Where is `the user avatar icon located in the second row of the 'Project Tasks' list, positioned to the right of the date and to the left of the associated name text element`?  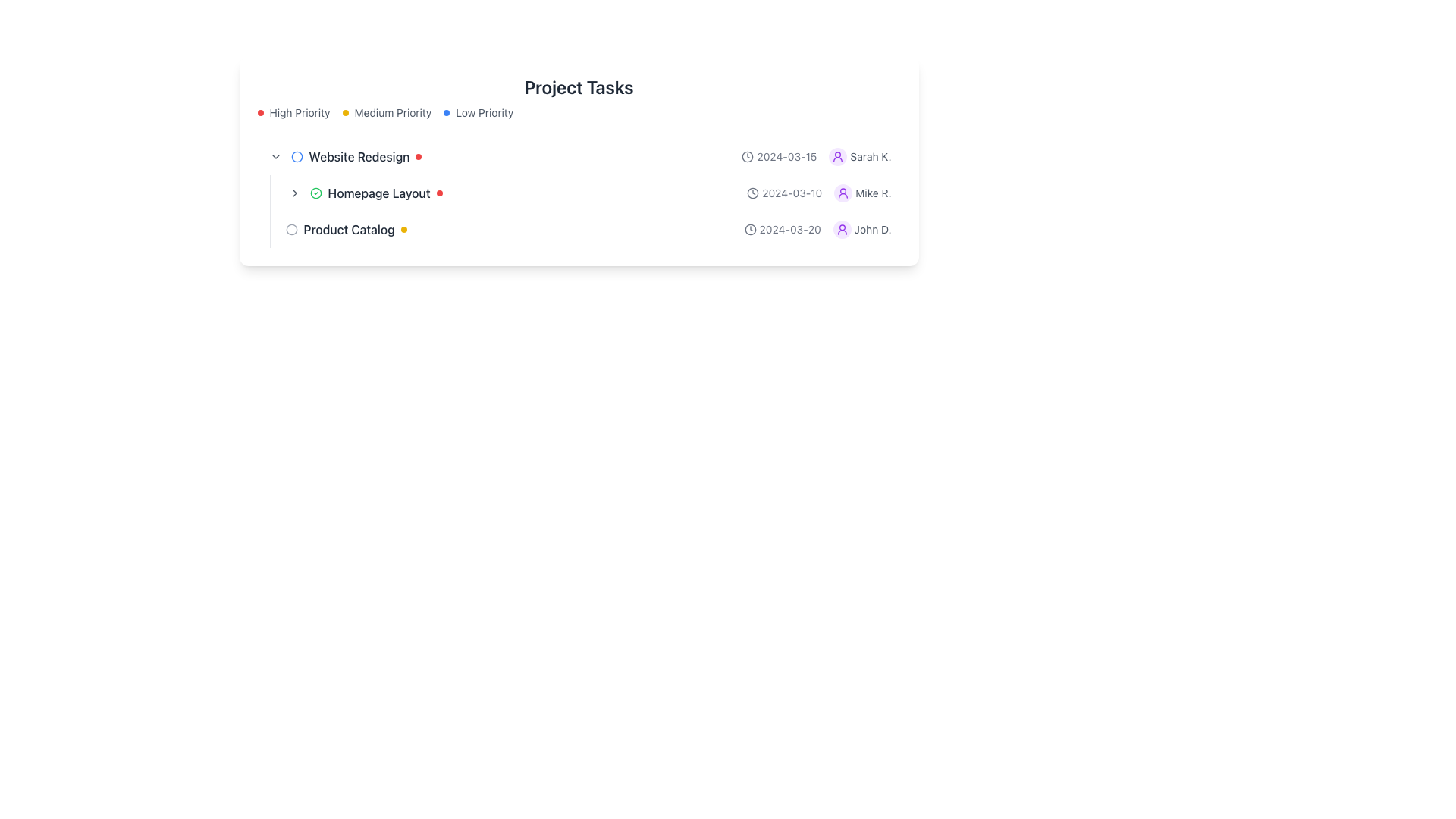 the user avatar icon located in the second row of the 'Project Tasks' list, positioned to the right of the date and to the left of the associated name text element is located at coordinates (843, 192).